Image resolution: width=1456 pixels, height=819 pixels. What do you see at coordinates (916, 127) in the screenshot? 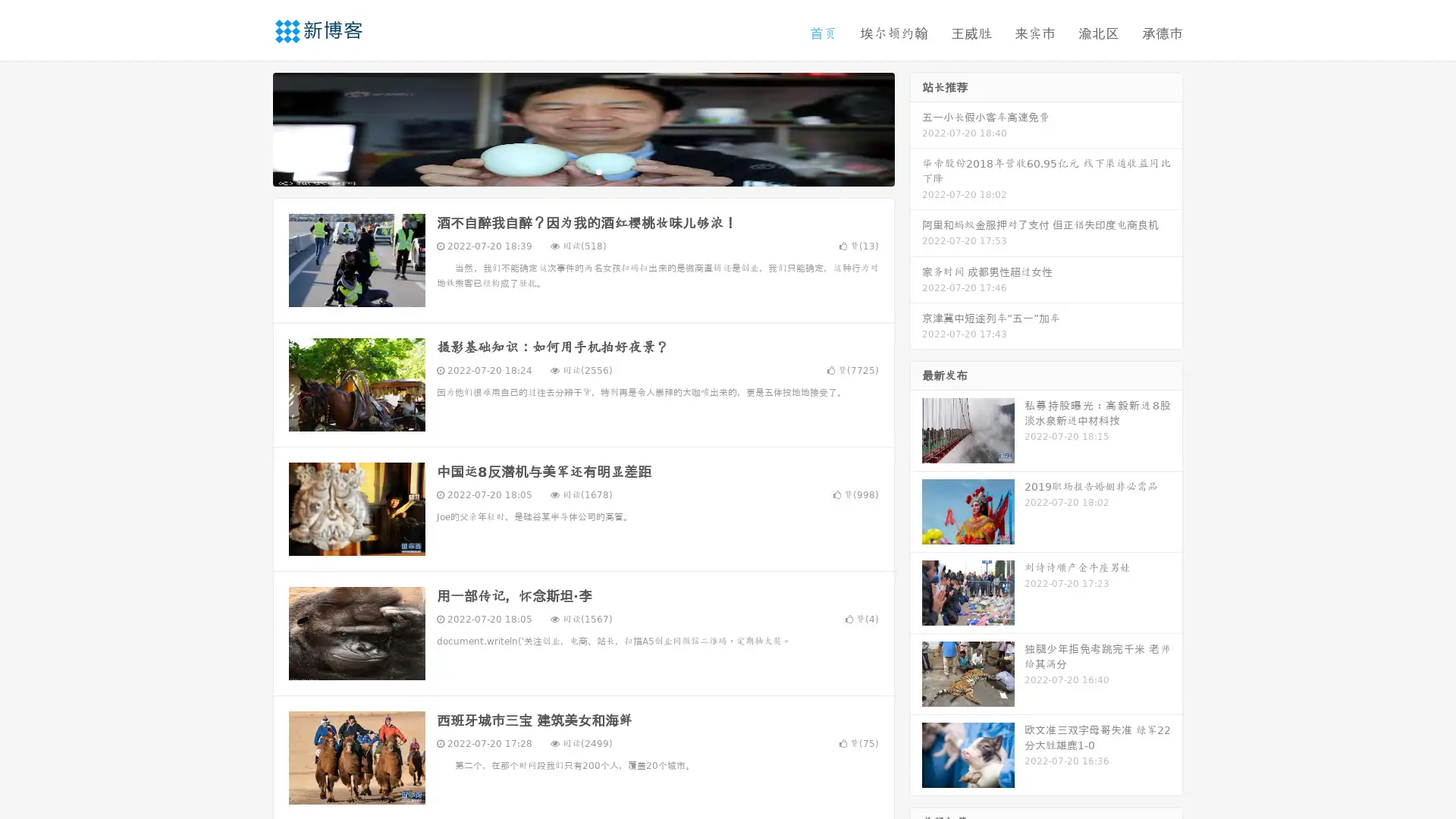
I see `Next slide` at bounding box center [916, 127].